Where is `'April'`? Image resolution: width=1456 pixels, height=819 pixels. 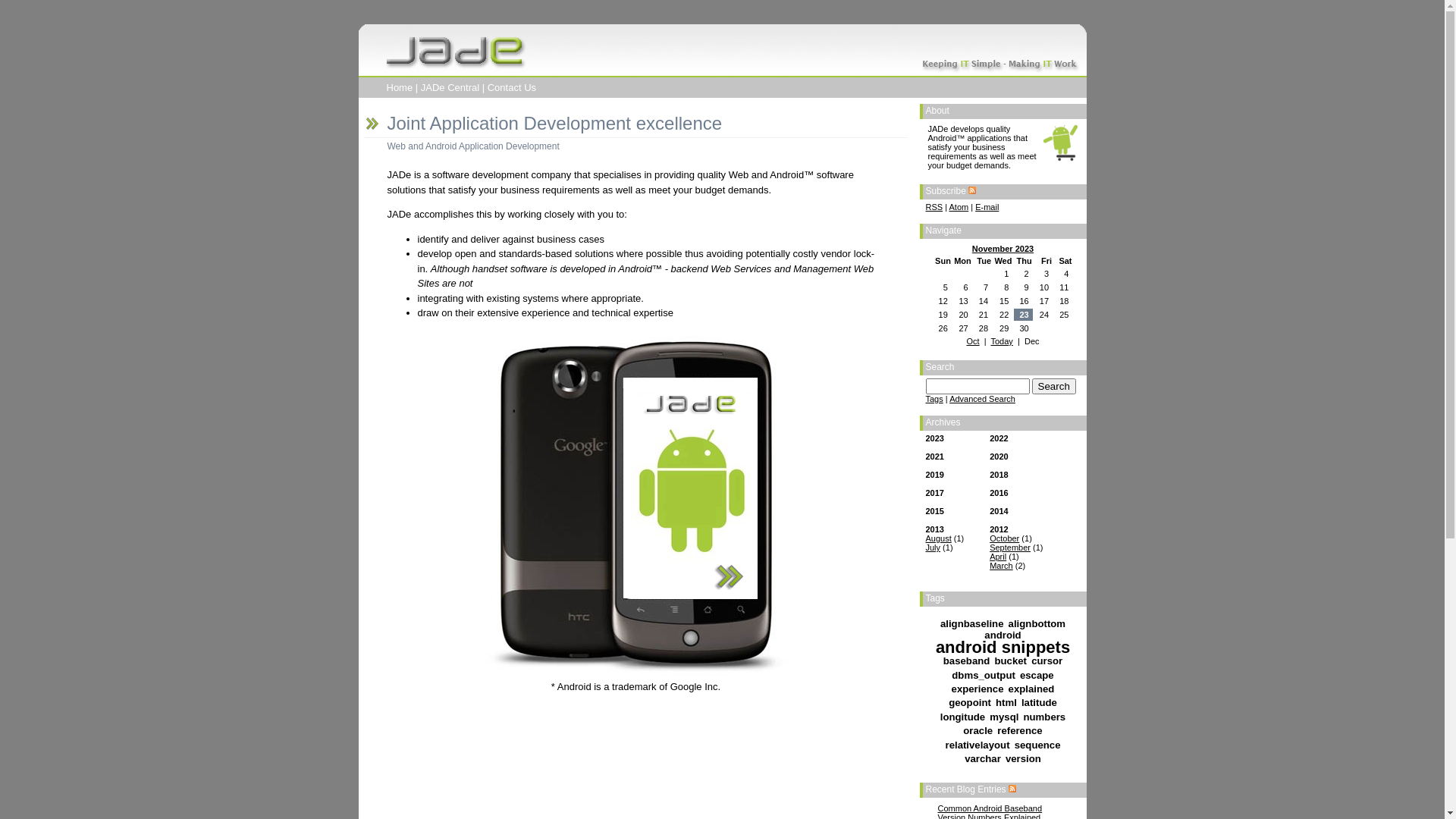 'April' is located at coordinates (997, 556).